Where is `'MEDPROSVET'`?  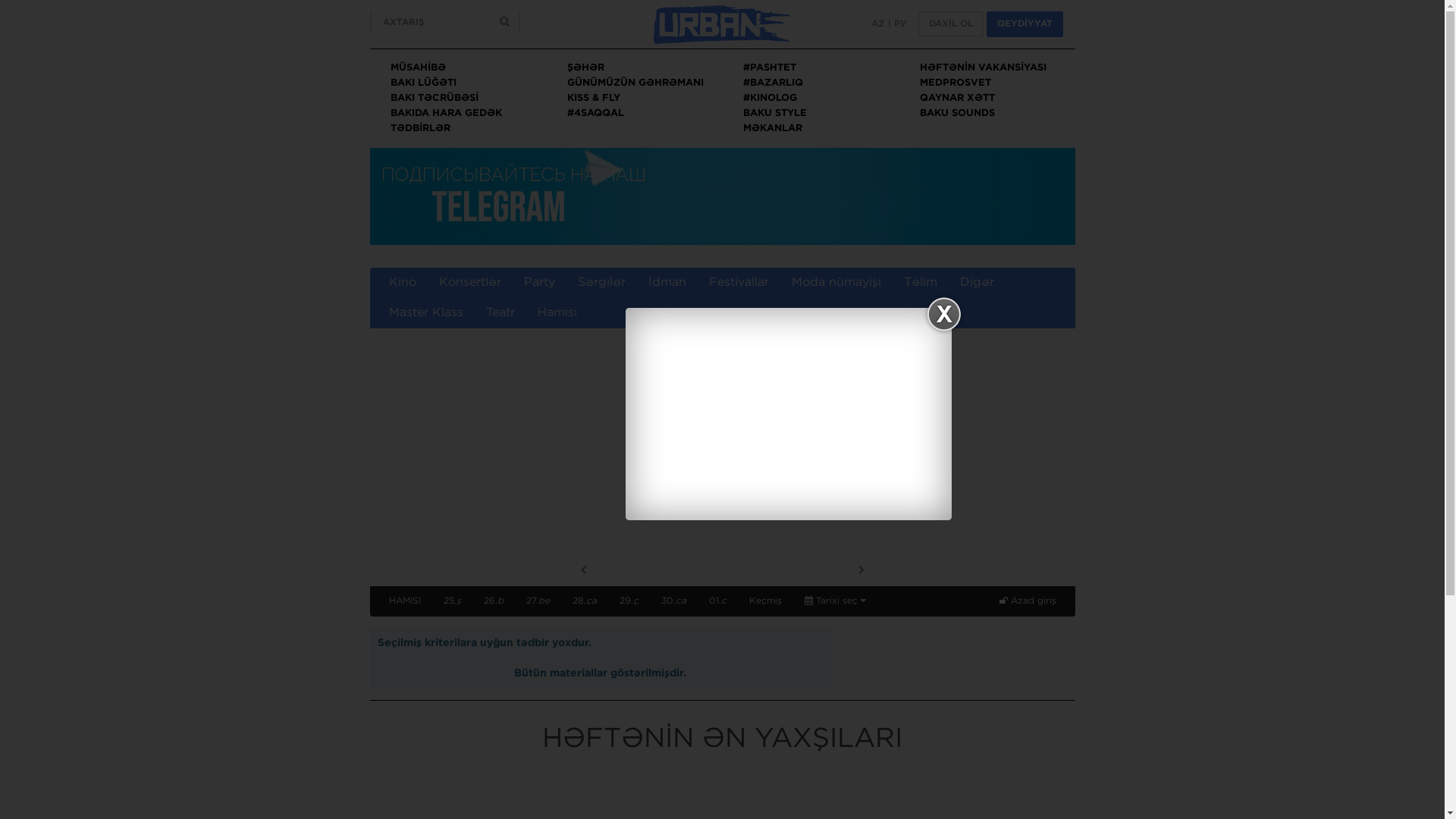
'MEDPROSVET' is located at coordinates (954, 83).